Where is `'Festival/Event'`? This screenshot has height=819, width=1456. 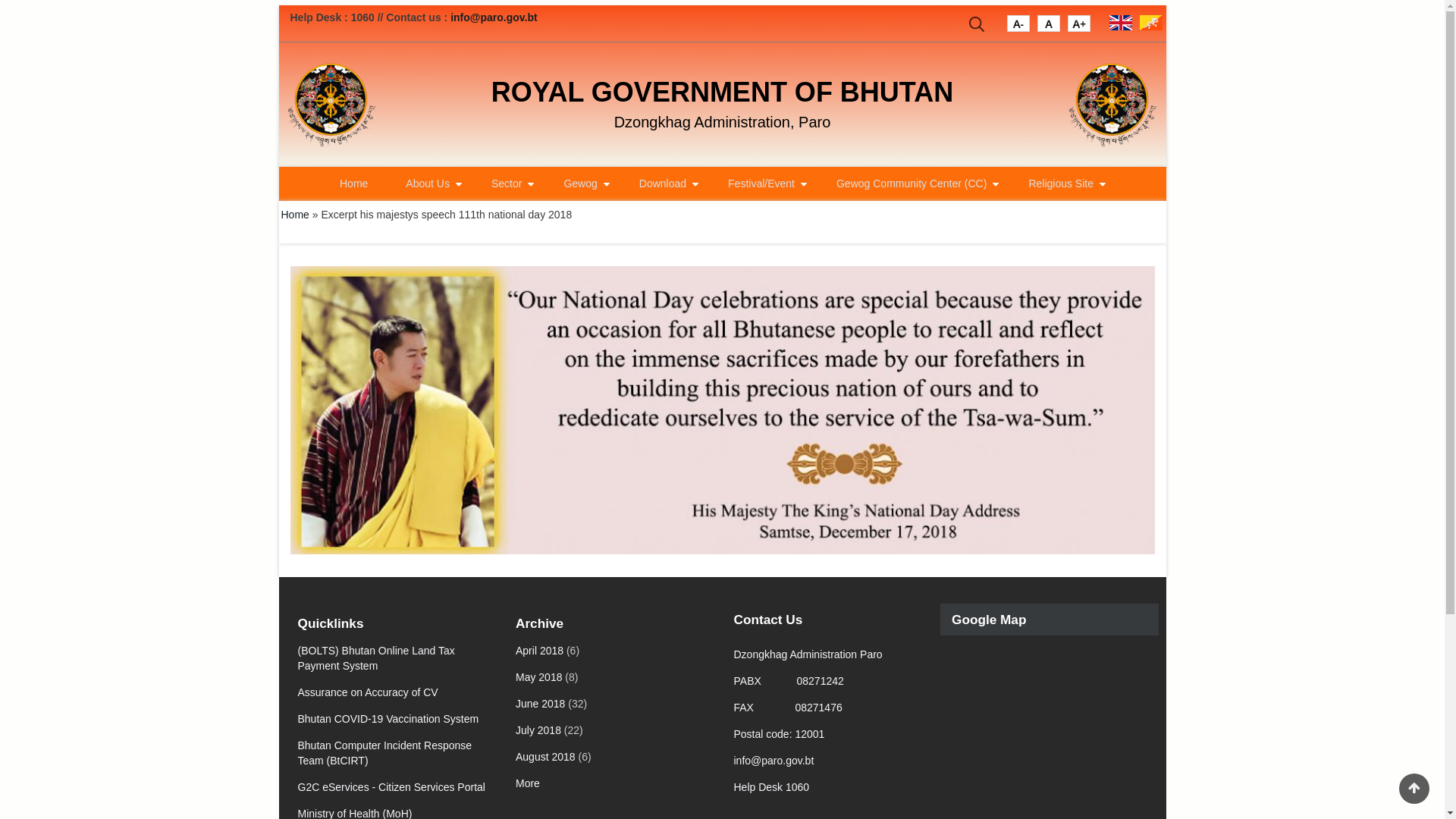
'Festival/Event' is located at coordinates (763, 183).